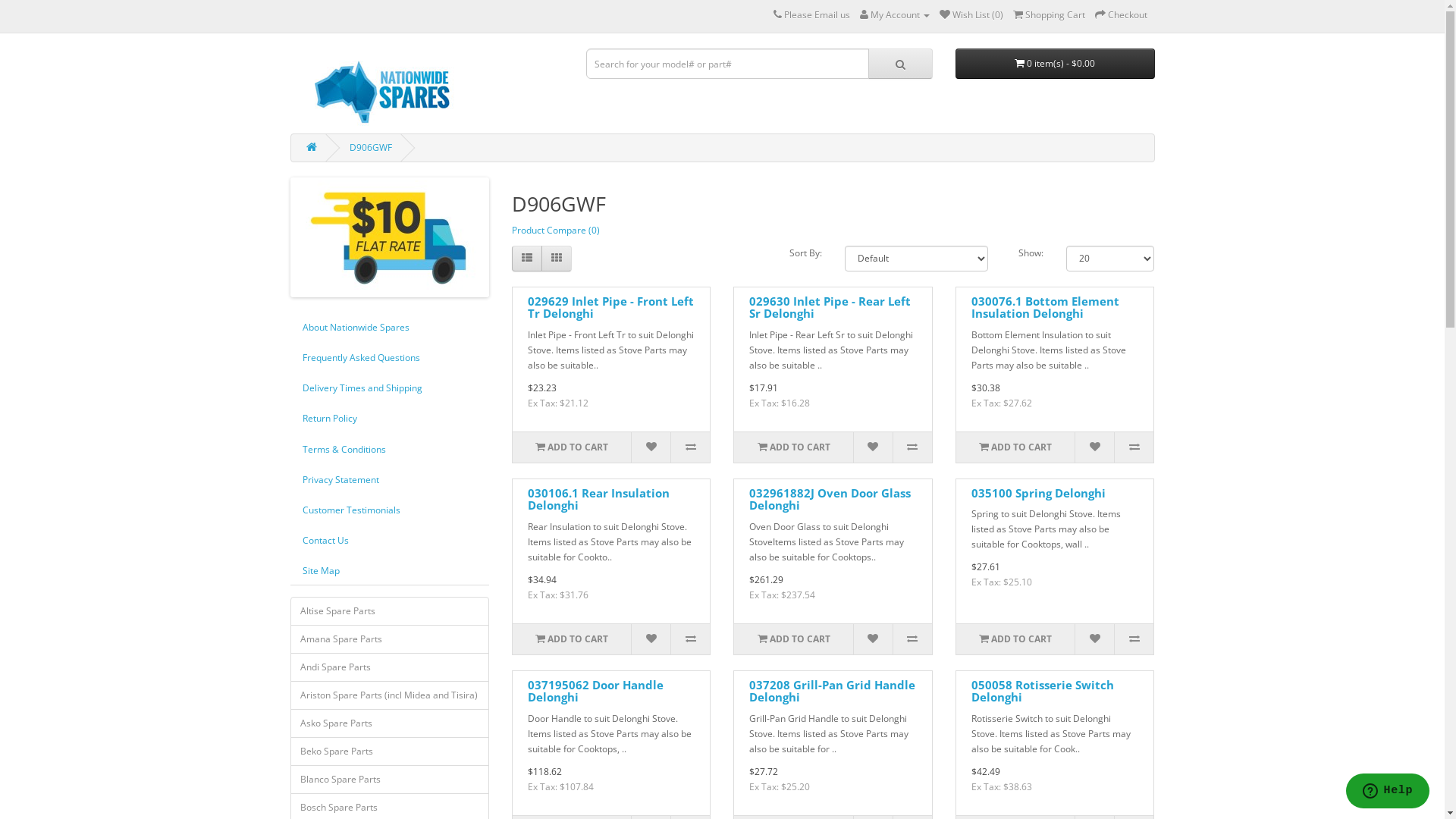 This screenshot has width=1456, height=819. I want to click on 'Altise Spare Parts', so click(389, 610).